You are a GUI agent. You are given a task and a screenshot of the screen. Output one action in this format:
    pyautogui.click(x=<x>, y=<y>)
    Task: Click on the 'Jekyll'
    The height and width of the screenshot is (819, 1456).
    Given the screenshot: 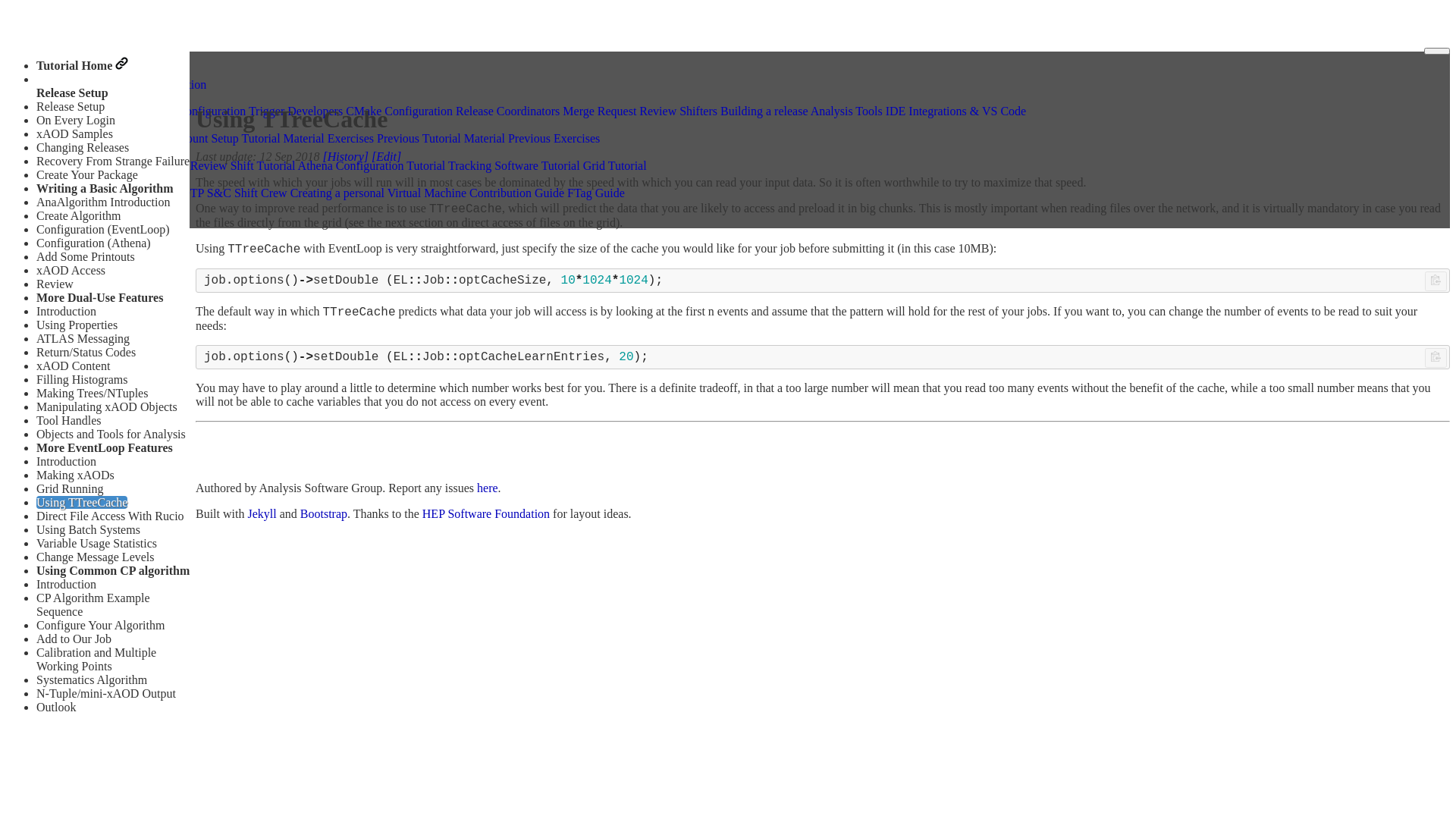 What is the action you would take?
    pyautogui.click(x=262, y=513)
    